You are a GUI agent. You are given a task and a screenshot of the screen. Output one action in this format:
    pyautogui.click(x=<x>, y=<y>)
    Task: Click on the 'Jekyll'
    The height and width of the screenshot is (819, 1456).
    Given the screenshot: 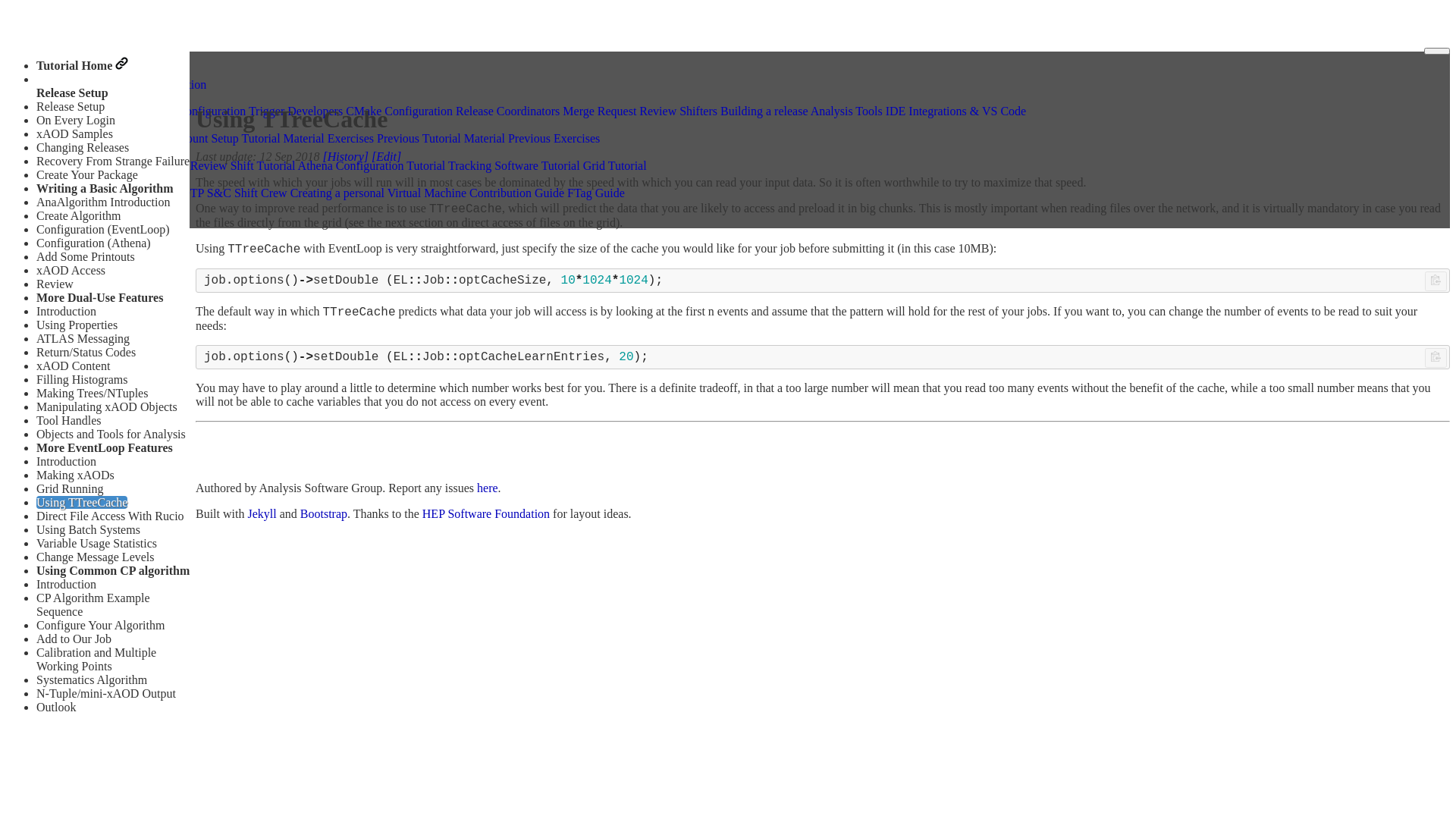 What is the action you would take?
    pyautogui.click(x=262, y=513)
    